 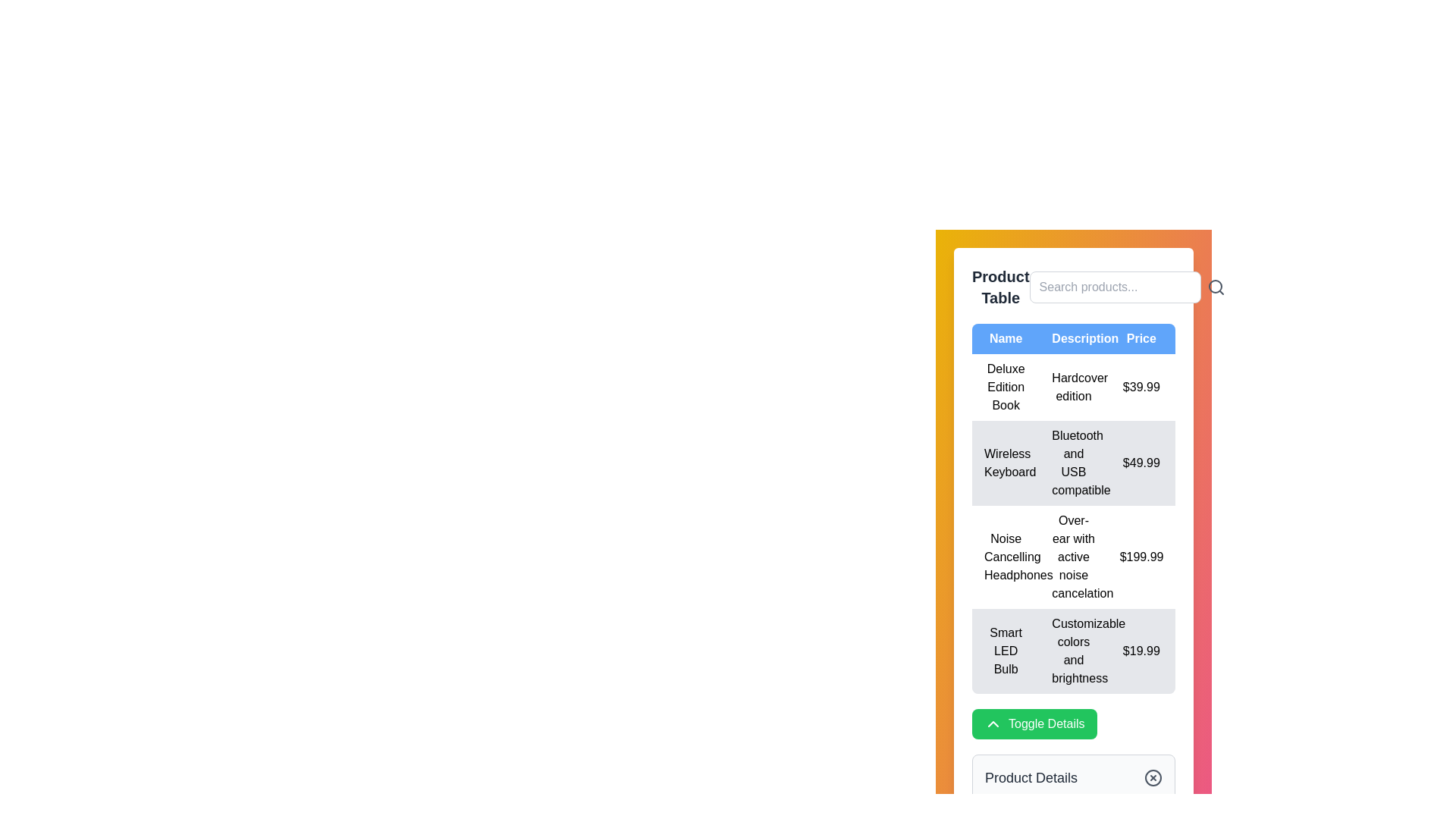 What do you see at coordinates (1141, 651) in the screenshot?
I see `displayed price '$19.99' from the rightmost text label in the 'Price' column of the product listing under 'Smart LED Bulb'` at bounding box center [1141, 651].